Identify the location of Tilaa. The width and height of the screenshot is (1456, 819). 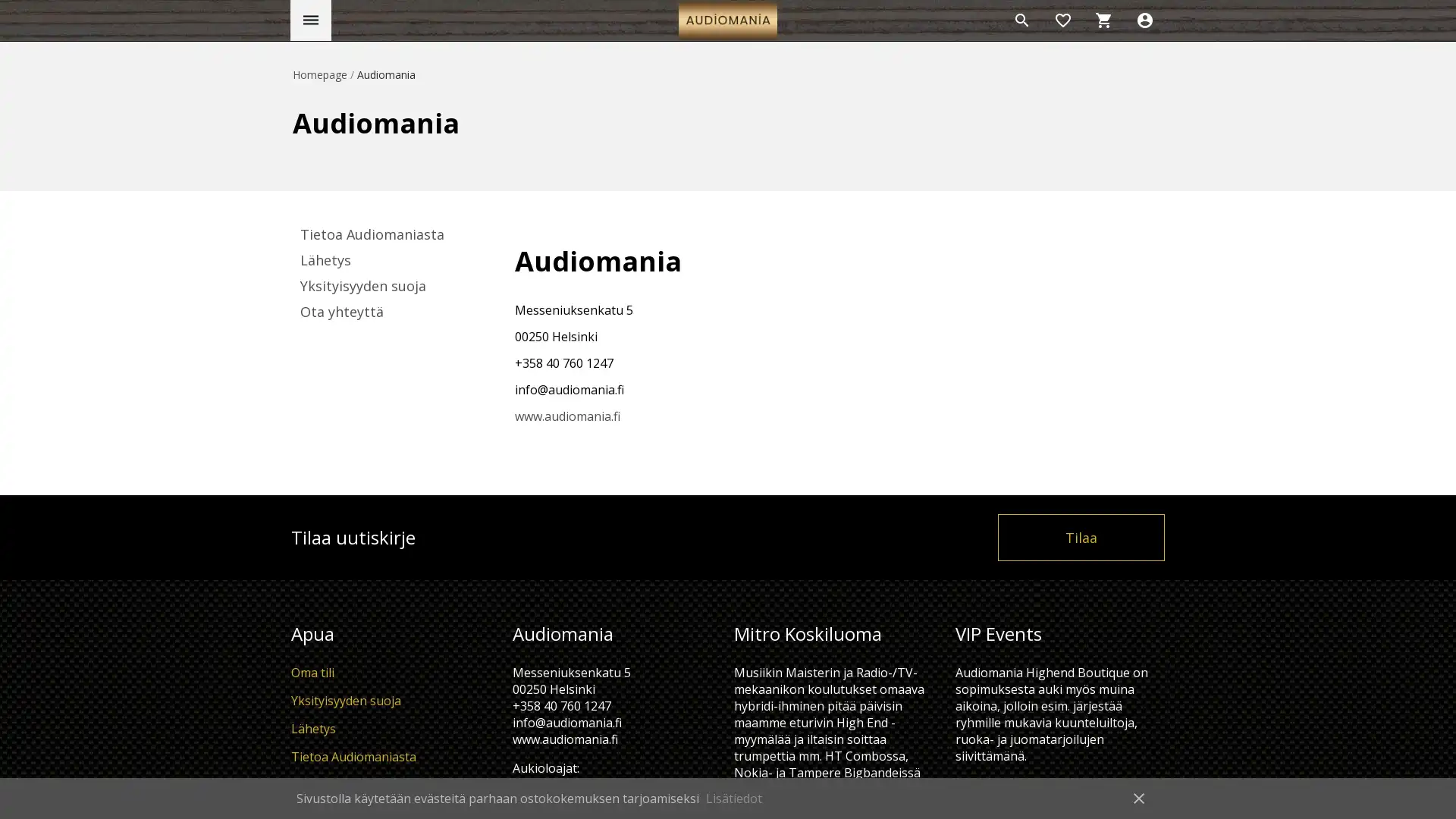
(1080, 536).